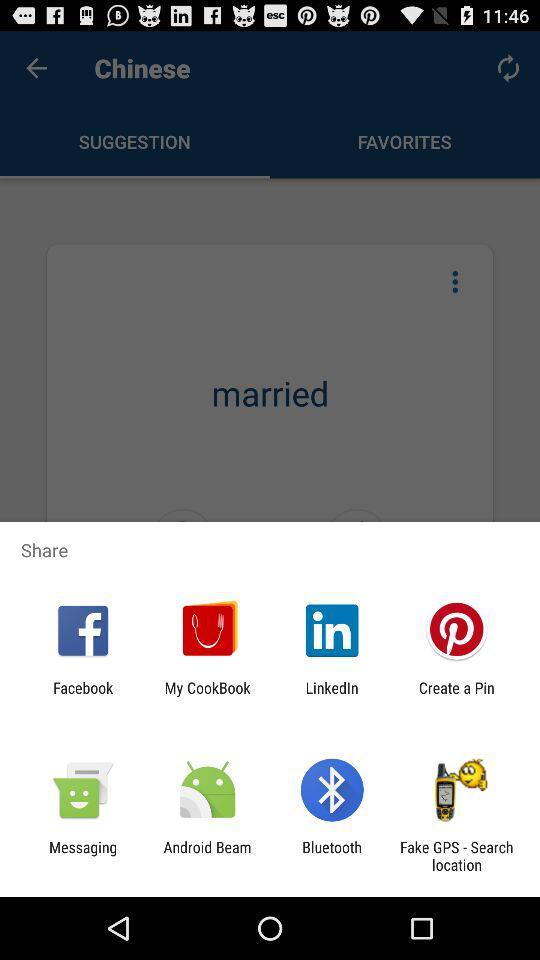 The image size is (540, 960). What do you see at coordinates (332, 855) in the screenshot?
I see `app next to the fake gps search item` at bounding box center [332, 855].